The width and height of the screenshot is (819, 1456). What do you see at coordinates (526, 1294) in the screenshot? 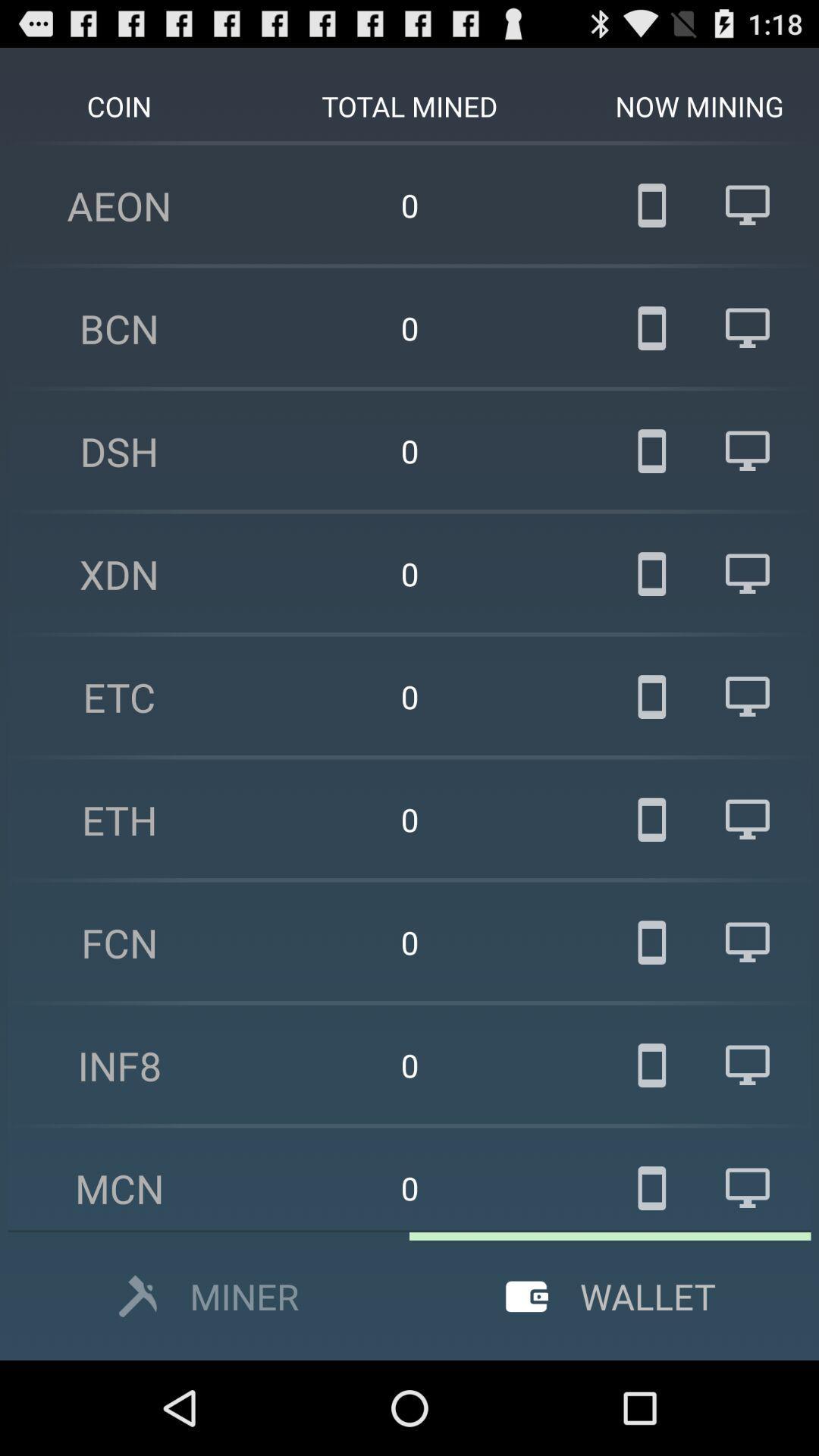
I see `the icon wallet` at bounding box center [526, 1294].